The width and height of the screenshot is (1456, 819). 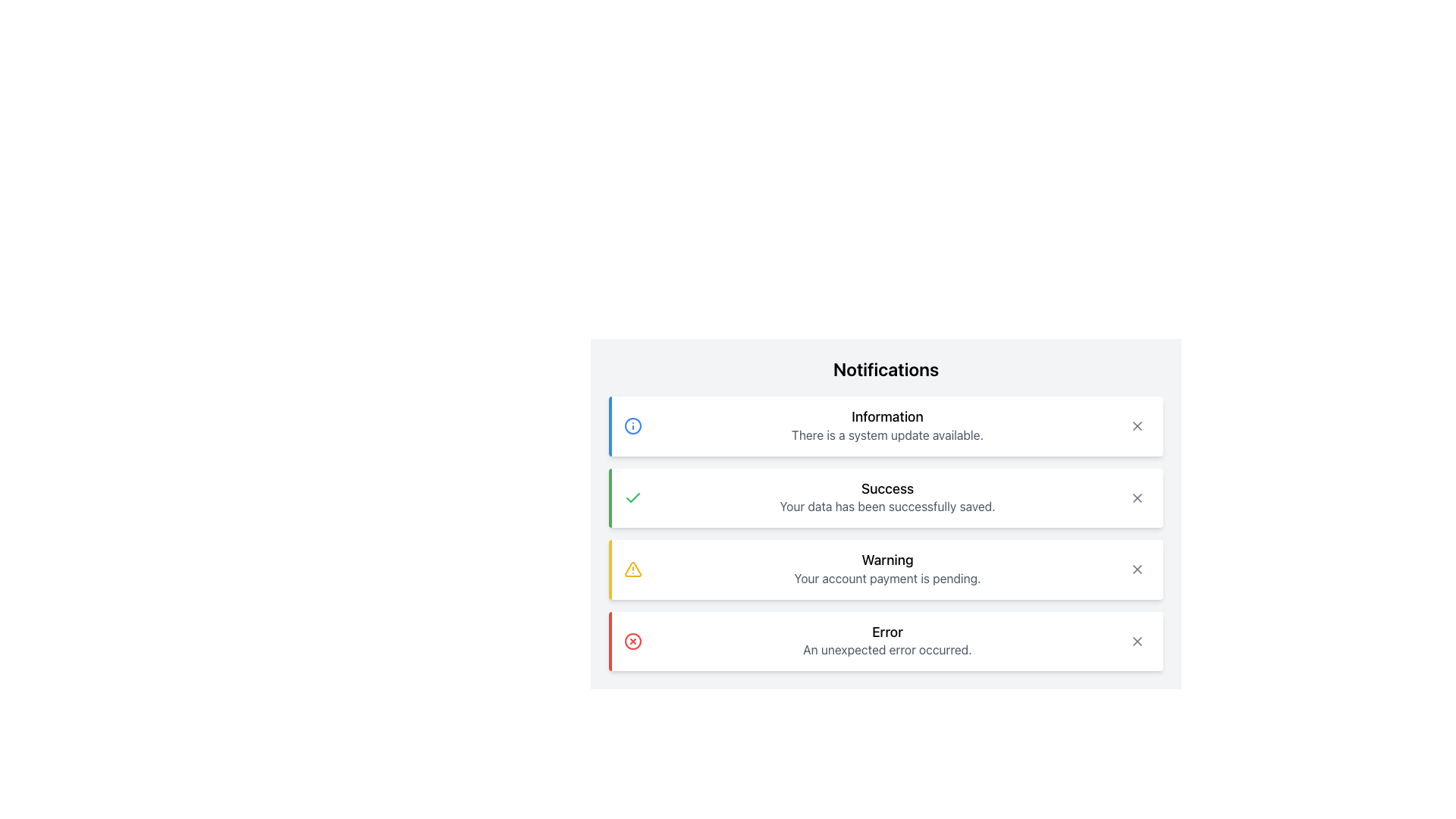 What do you see at coordinates (886, 426) in the screenshot?
I see `information in the Notification card which has a light blue border on the left, contains the title 'Information' and a description about a system update` at bounding box center [886, 426].